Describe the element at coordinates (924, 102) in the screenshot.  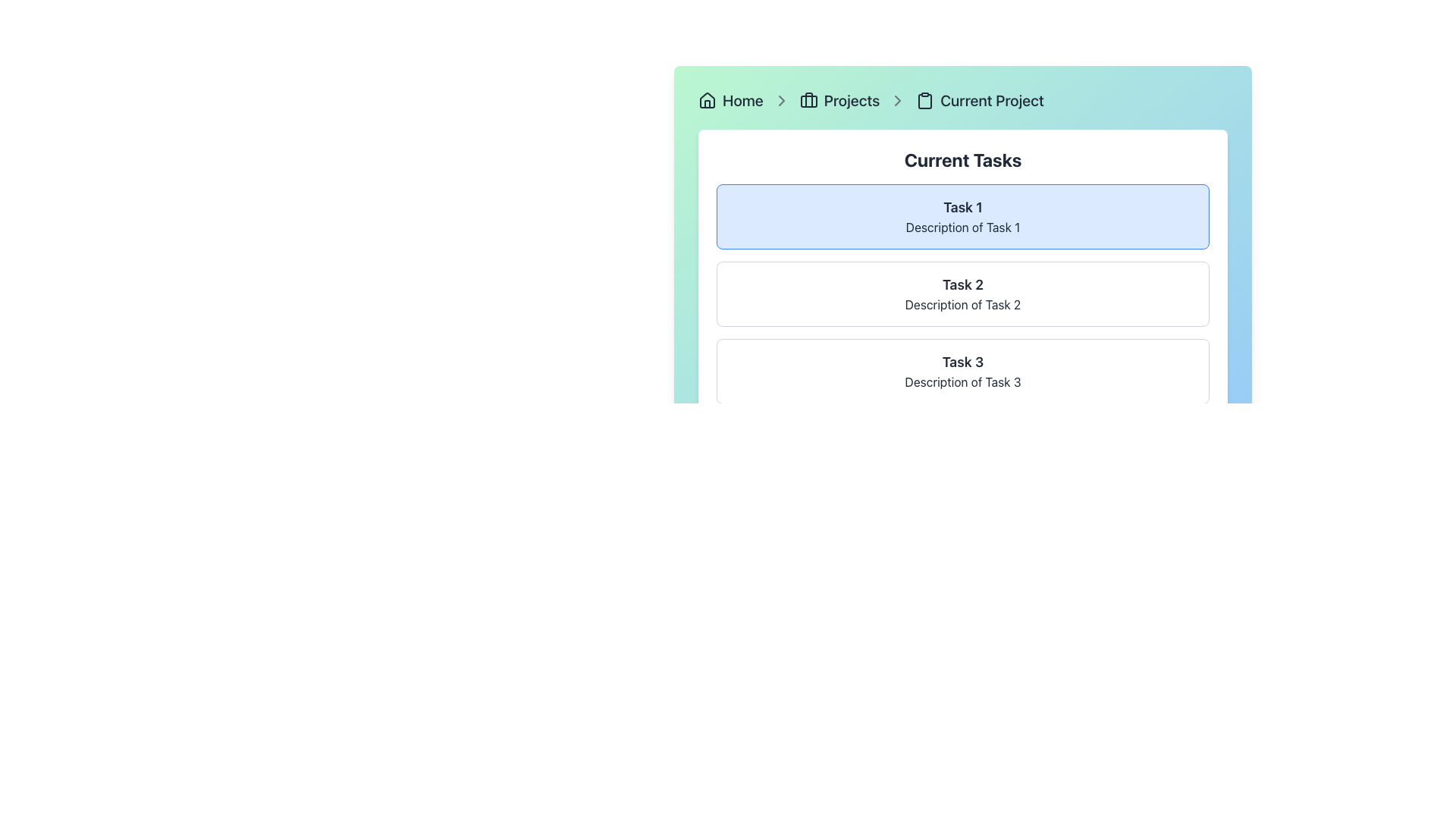
I see `the 'Current Project' icon in the breadcrumb navigation bar, positioned to the right of the 'Projects' link, to visually identify the currently selected project context` at that location.